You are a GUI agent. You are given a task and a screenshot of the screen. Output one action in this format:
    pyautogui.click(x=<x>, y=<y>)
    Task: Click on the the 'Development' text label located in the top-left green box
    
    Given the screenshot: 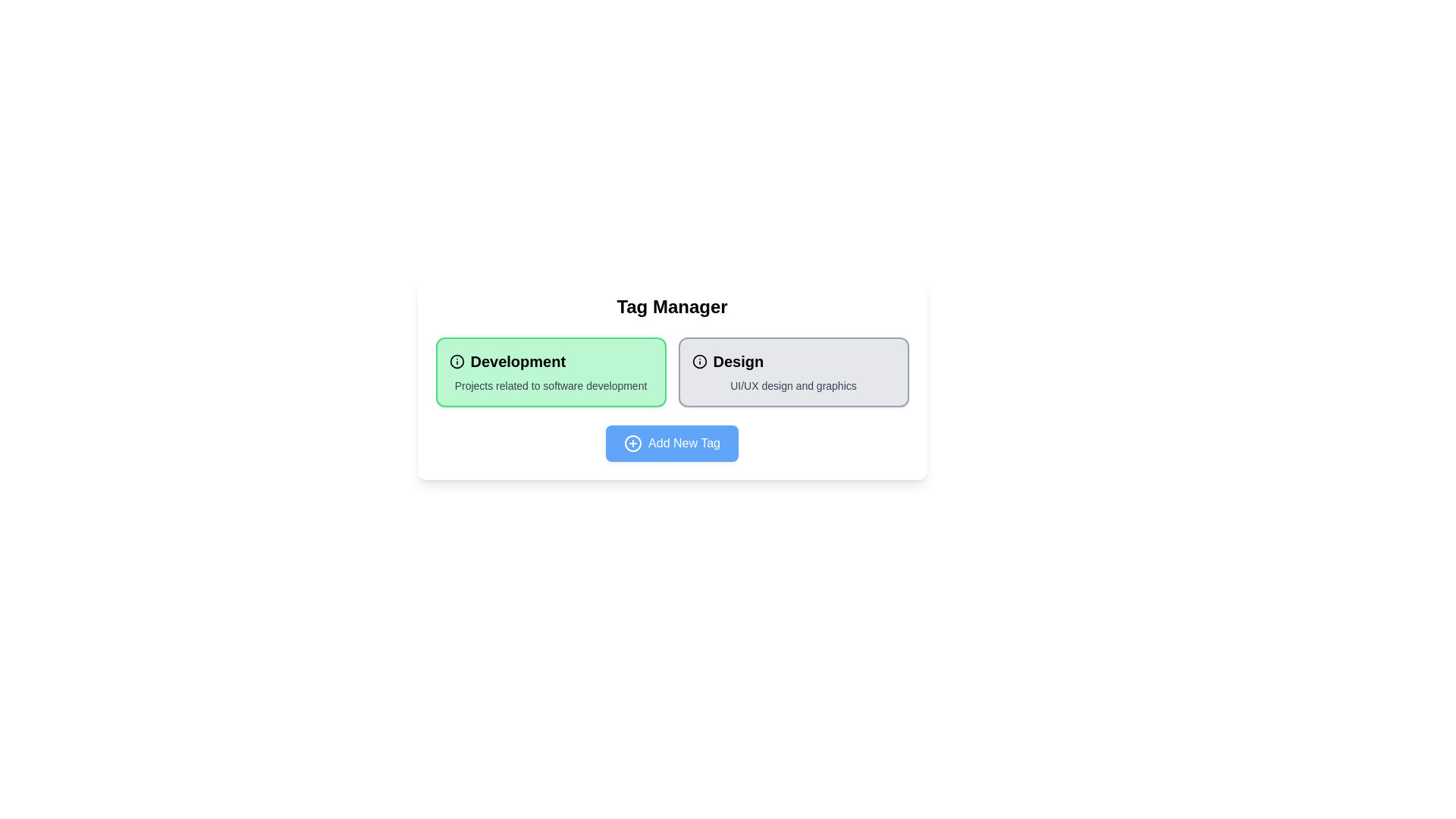 What is the action you would take?
    pyautogui.click(x=550, y=362)
    